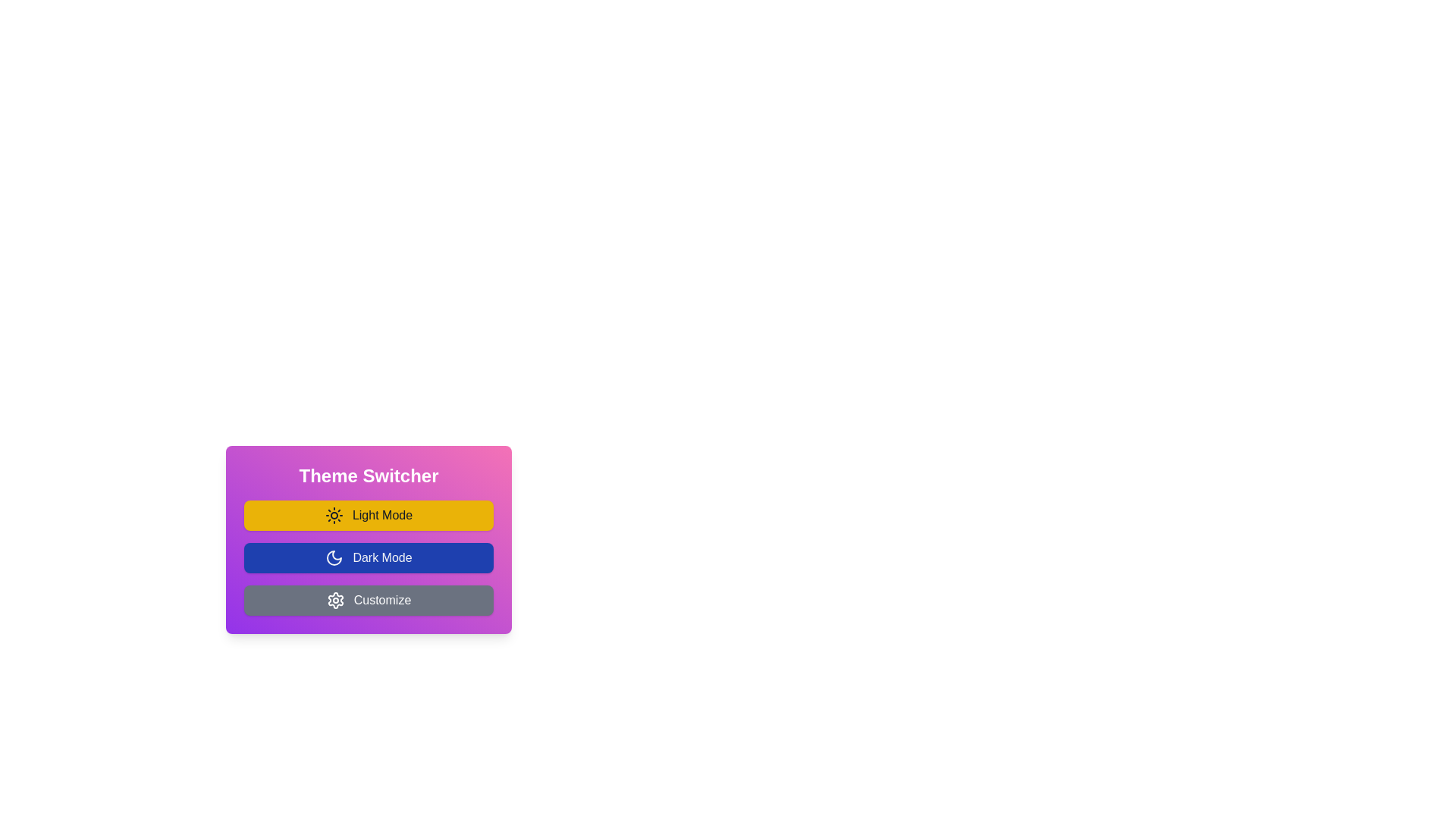 The height and width of the screenshot is (819, 1456). I want to click on the toggle button for Light Mode theme, which is located below the 'Theme Switcher' text and above the 'Dark Mode' and 'Customize' buttons, to change its background color, so click(369, 514).